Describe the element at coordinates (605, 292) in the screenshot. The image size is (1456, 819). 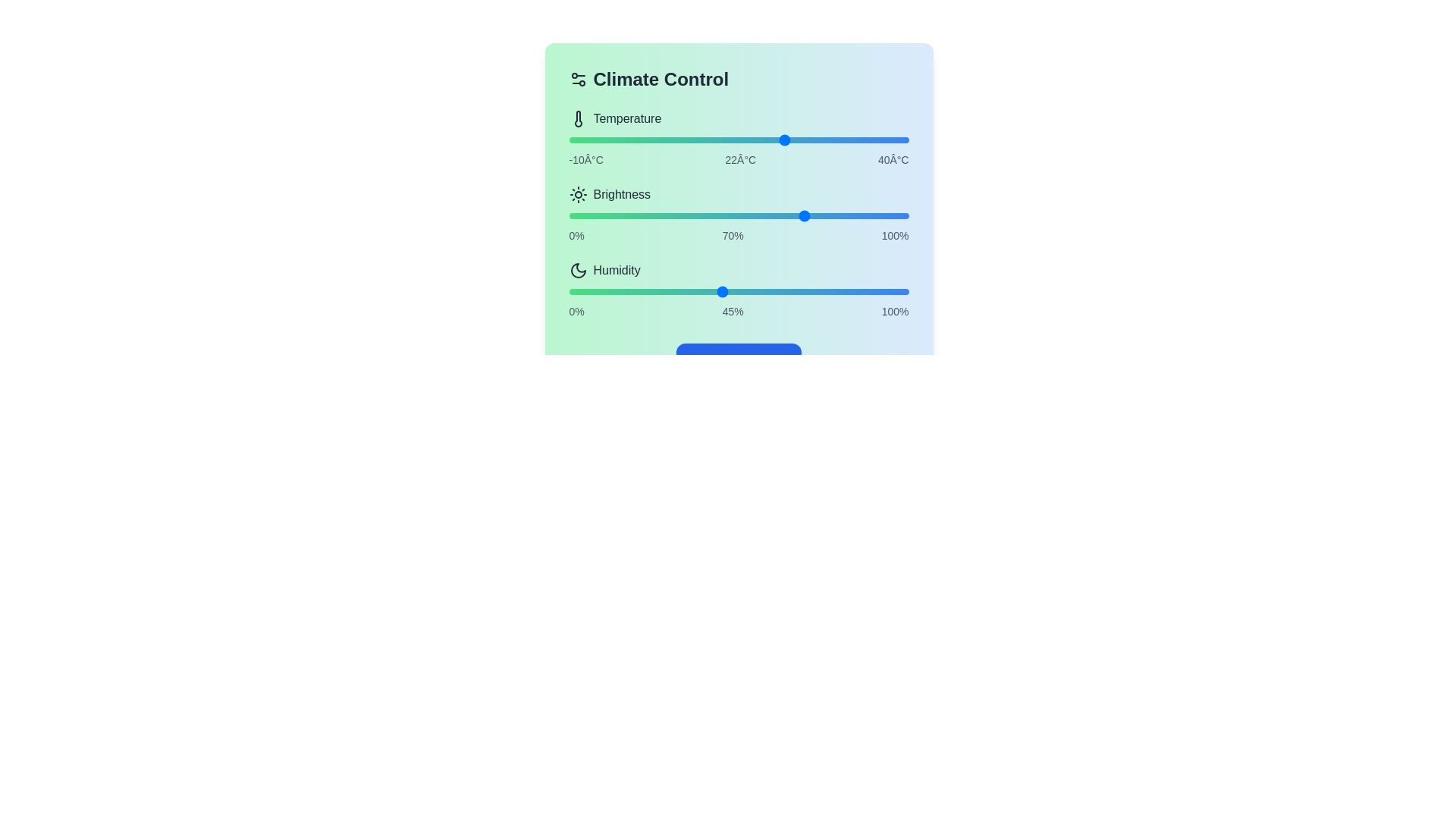
I see `the humidity` at that location.